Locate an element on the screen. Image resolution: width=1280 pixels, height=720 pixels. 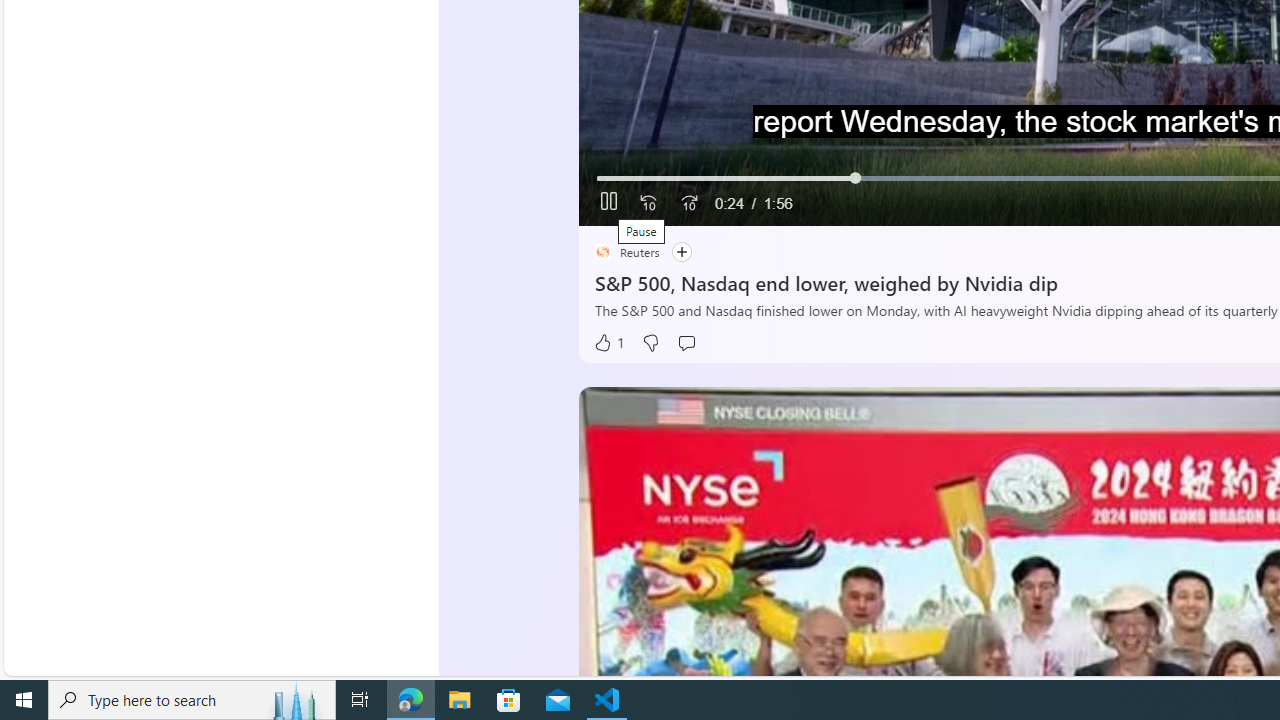
'Seek Back' is located at coordinates (648, 203).